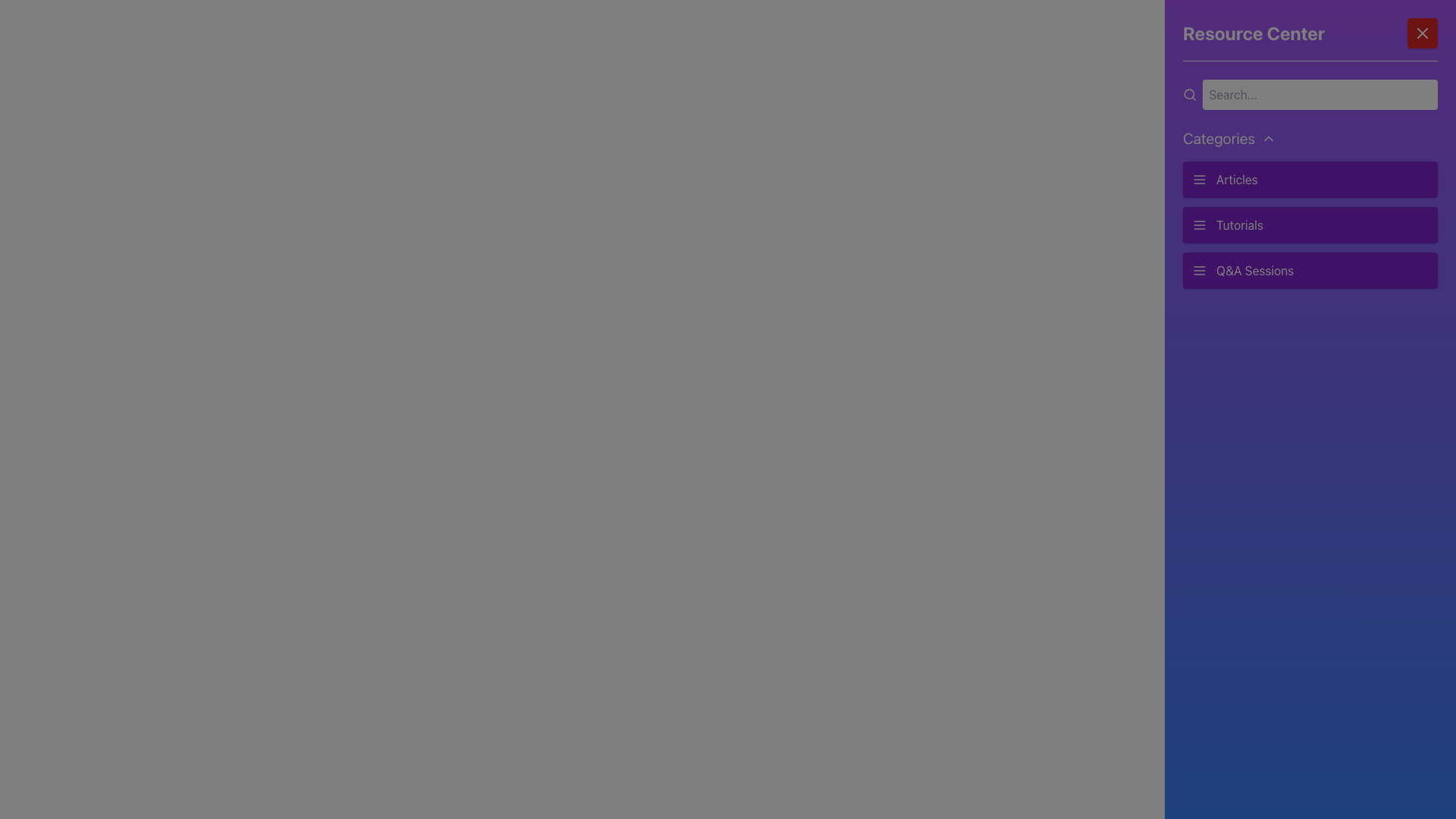 The width and height of the screenshot is (1456, 819). I want to click on the first menu item labeled 'Articles' in the 'Resource Center' sidebar, so click(1310, 184).